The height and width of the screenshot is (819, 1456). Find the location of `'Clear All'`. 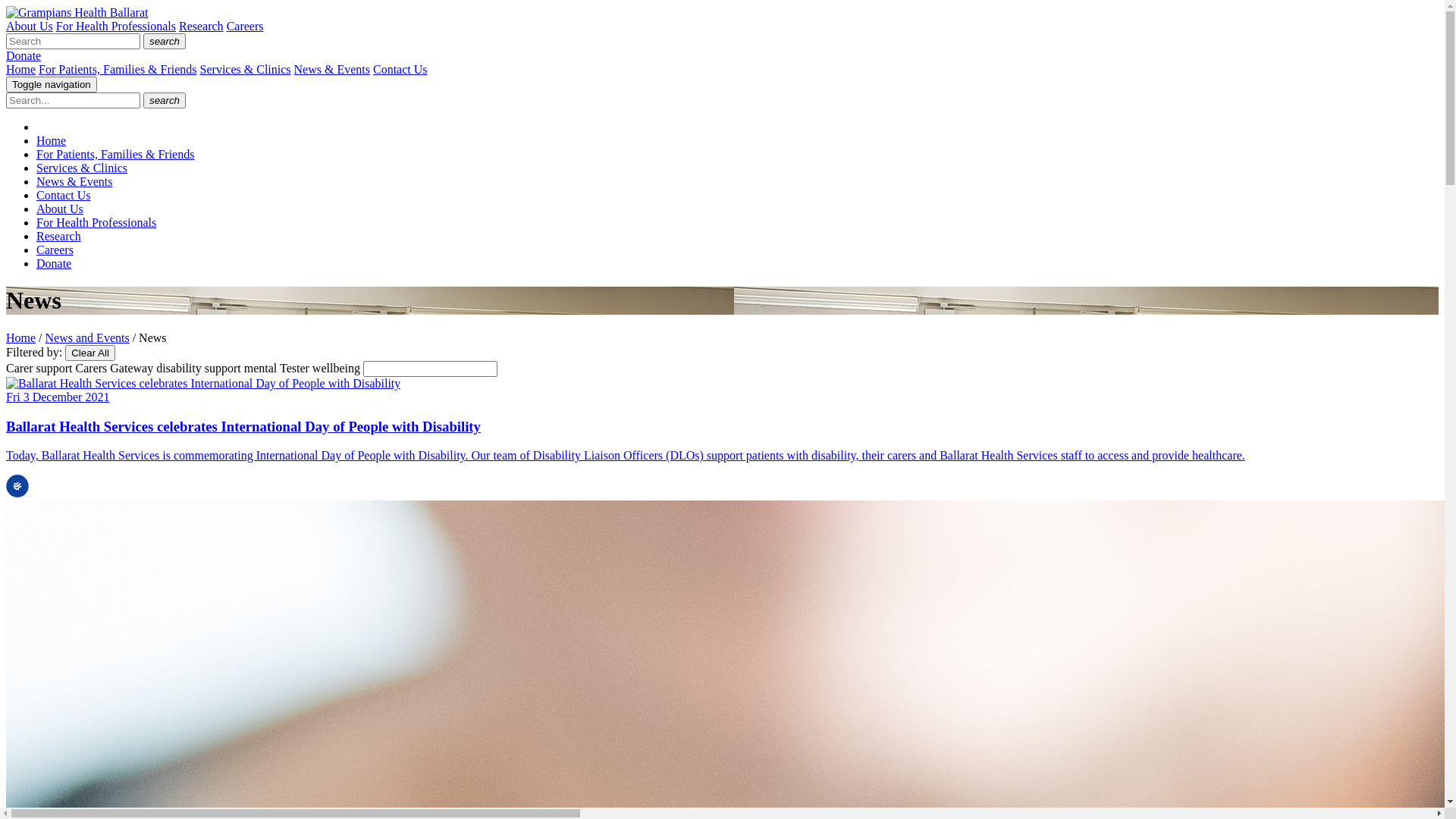

'Clear All' is located at coordinates (89, 353).